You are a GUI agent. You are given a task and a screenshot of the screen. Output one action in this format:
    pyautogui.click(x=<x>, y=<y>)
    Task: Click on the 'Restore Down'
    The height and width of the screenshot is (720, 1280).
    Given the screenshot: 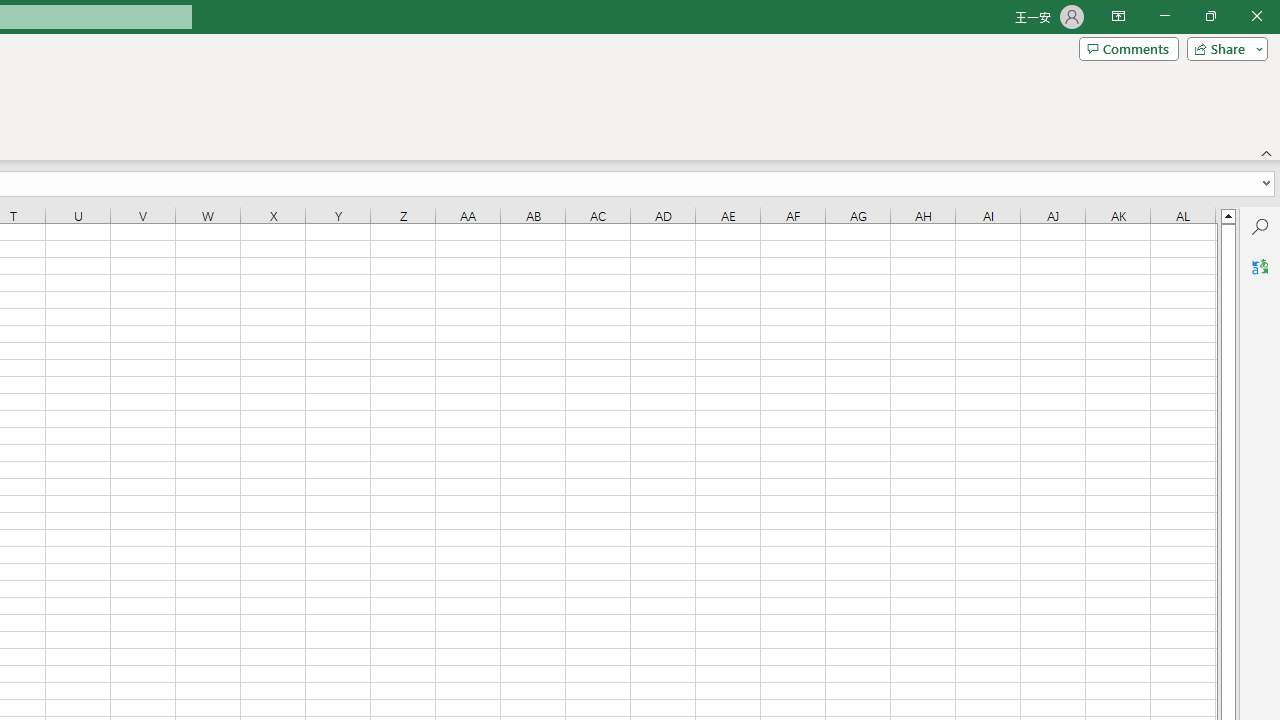 What is the action you would take?
    pyautogui.click(x=1209, y=16)
    